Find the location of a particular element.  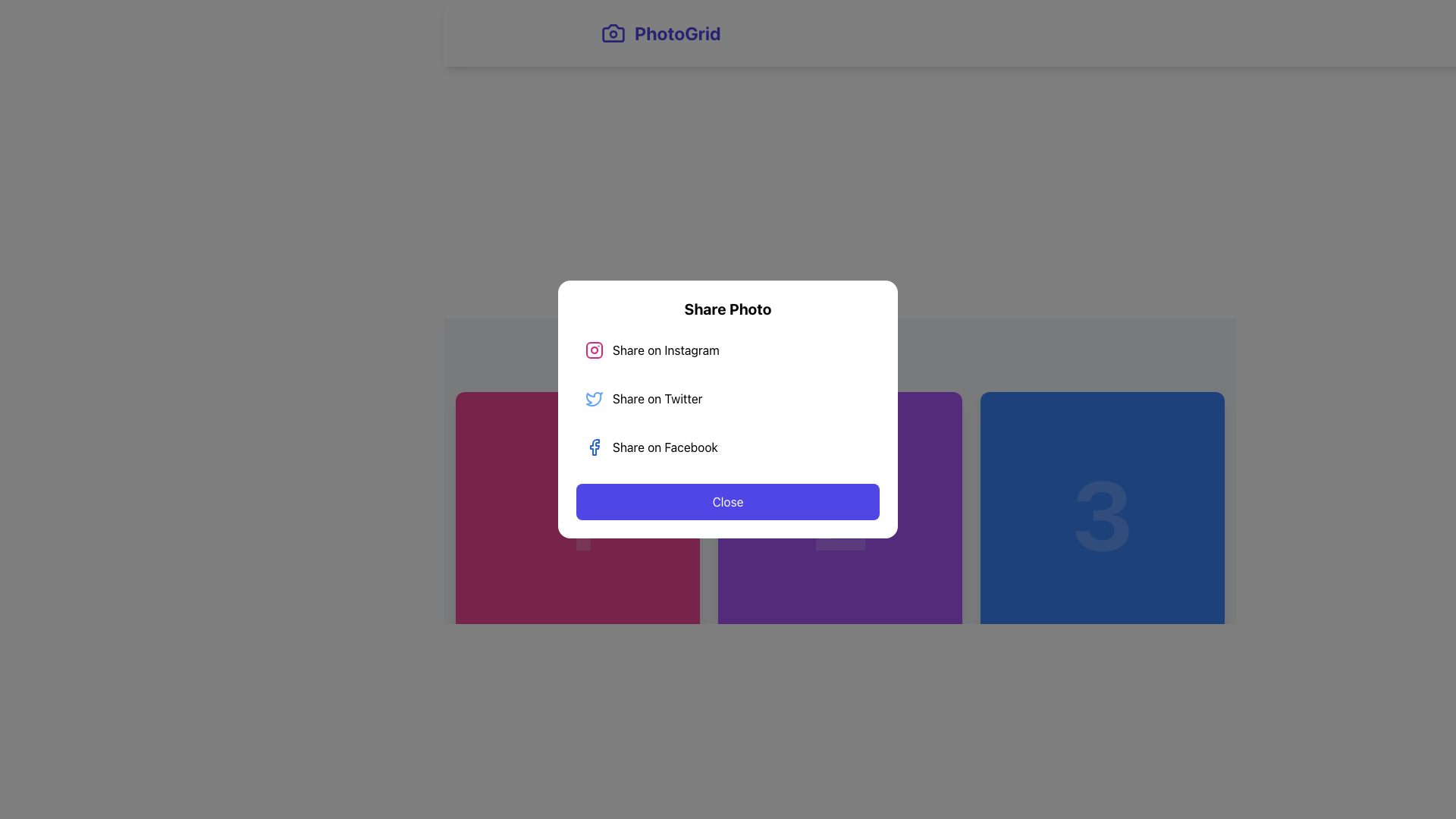

the square grid item labeled '3' is located at coordinates (1103, 513).